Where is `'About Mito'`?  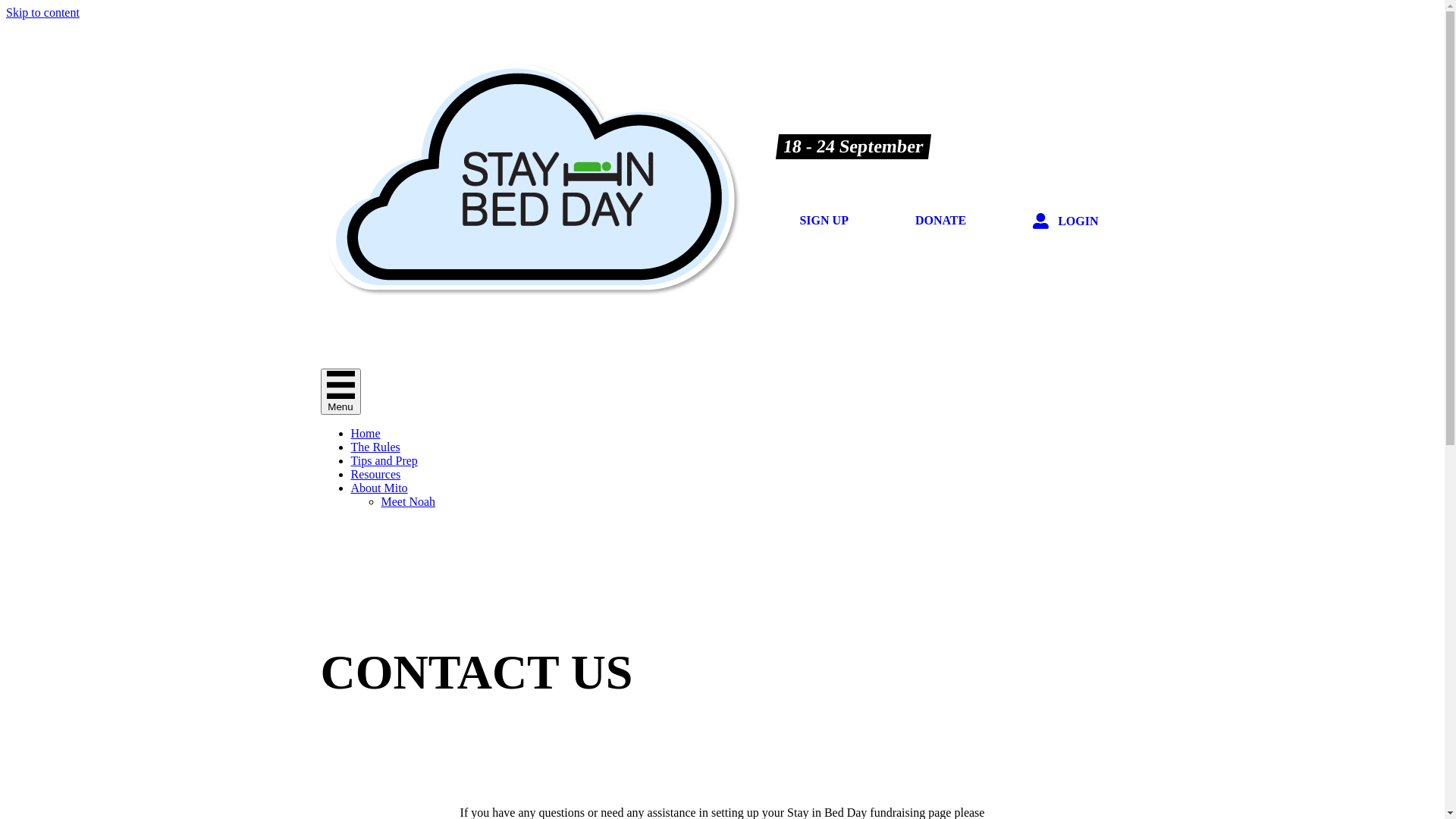
'About Mito' is located at coordinates (349, 488).